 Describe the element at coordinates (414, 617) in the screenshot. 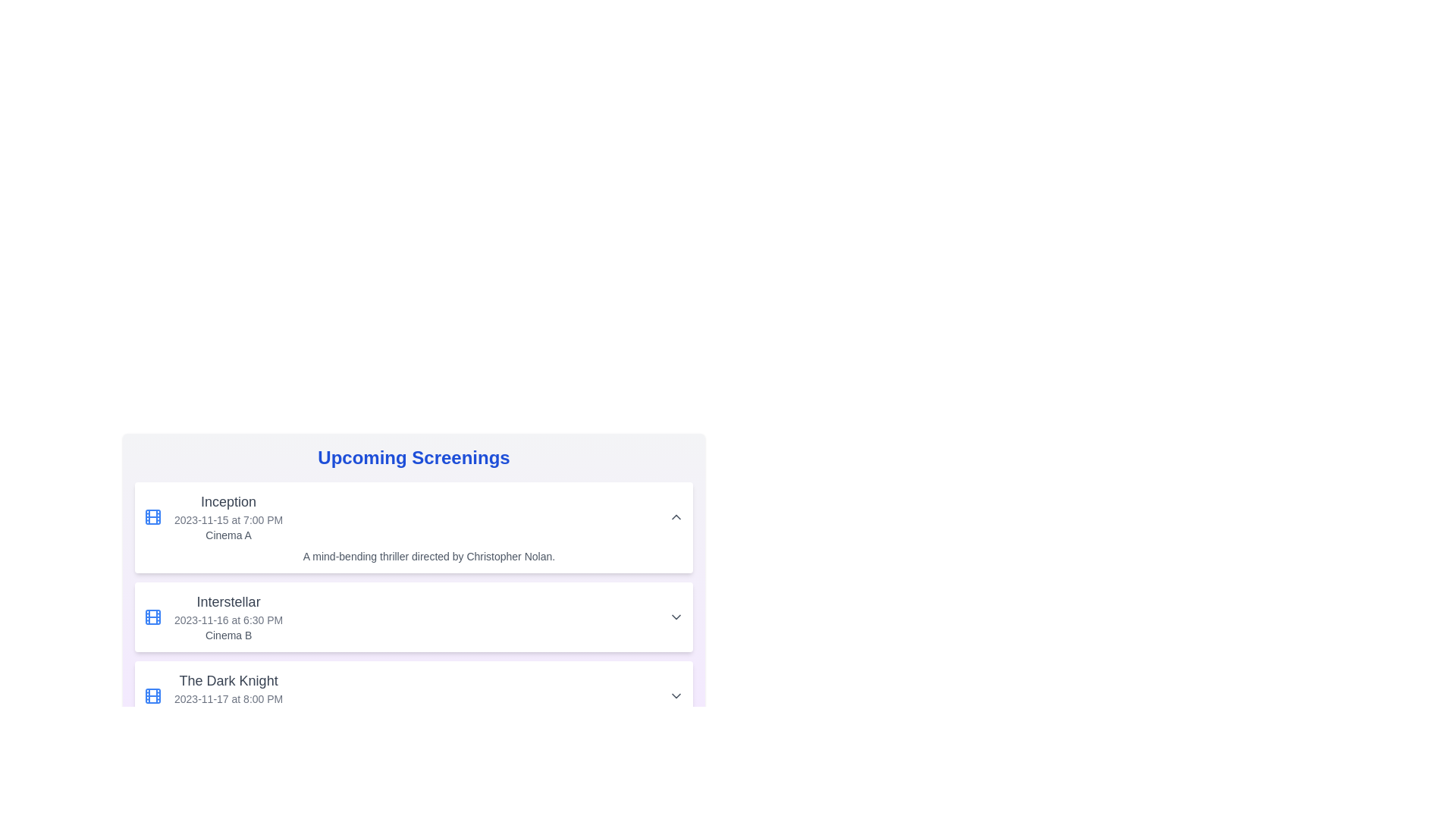

I see `the chevron on the second Information Card in the list of movie screenings` at that location.